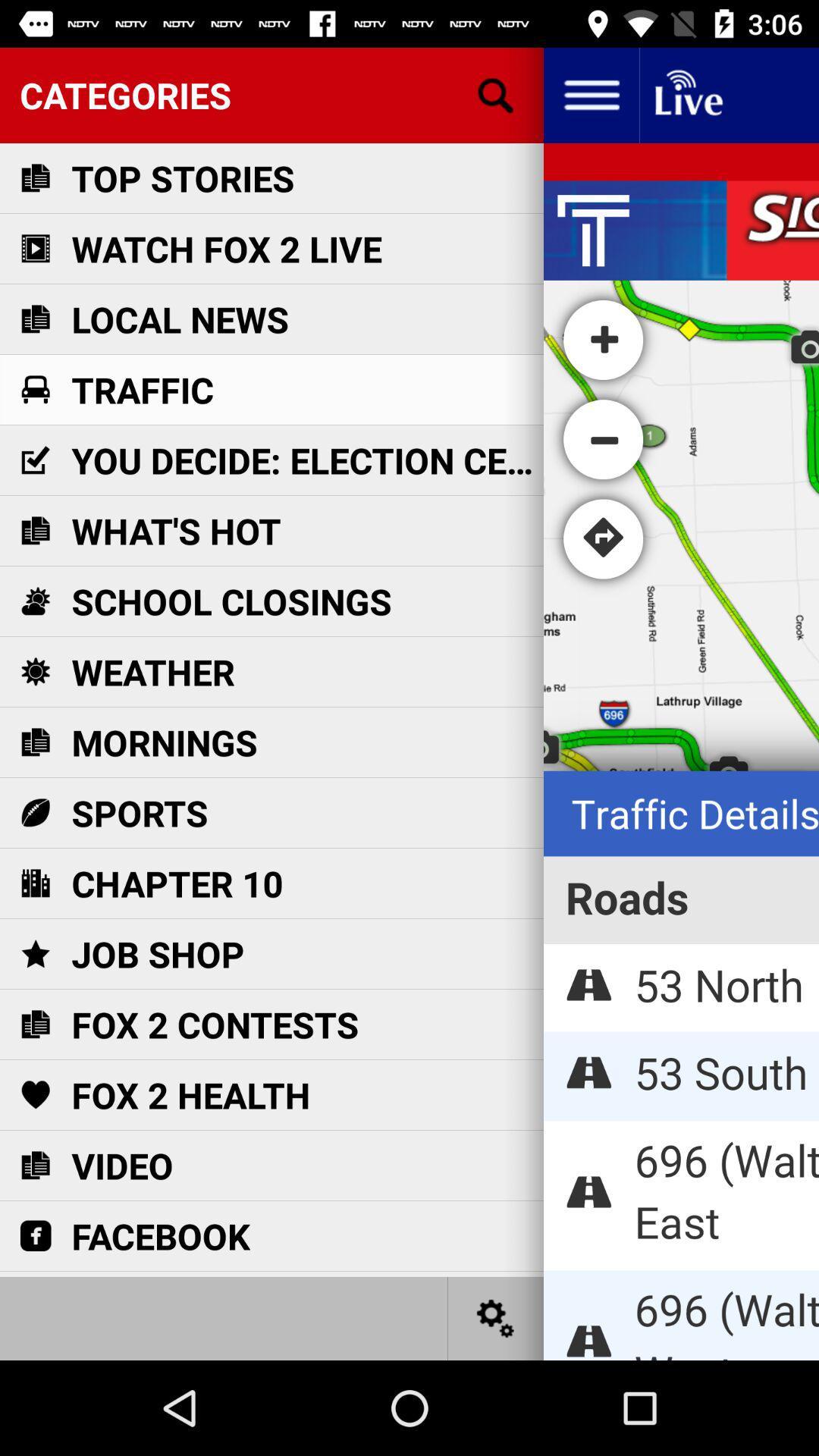 This screenshot has width=819, height=1456. What do you see at coordinates (687, 94) in the screenshot?
I see `programming` at bounding box center [687, 94].